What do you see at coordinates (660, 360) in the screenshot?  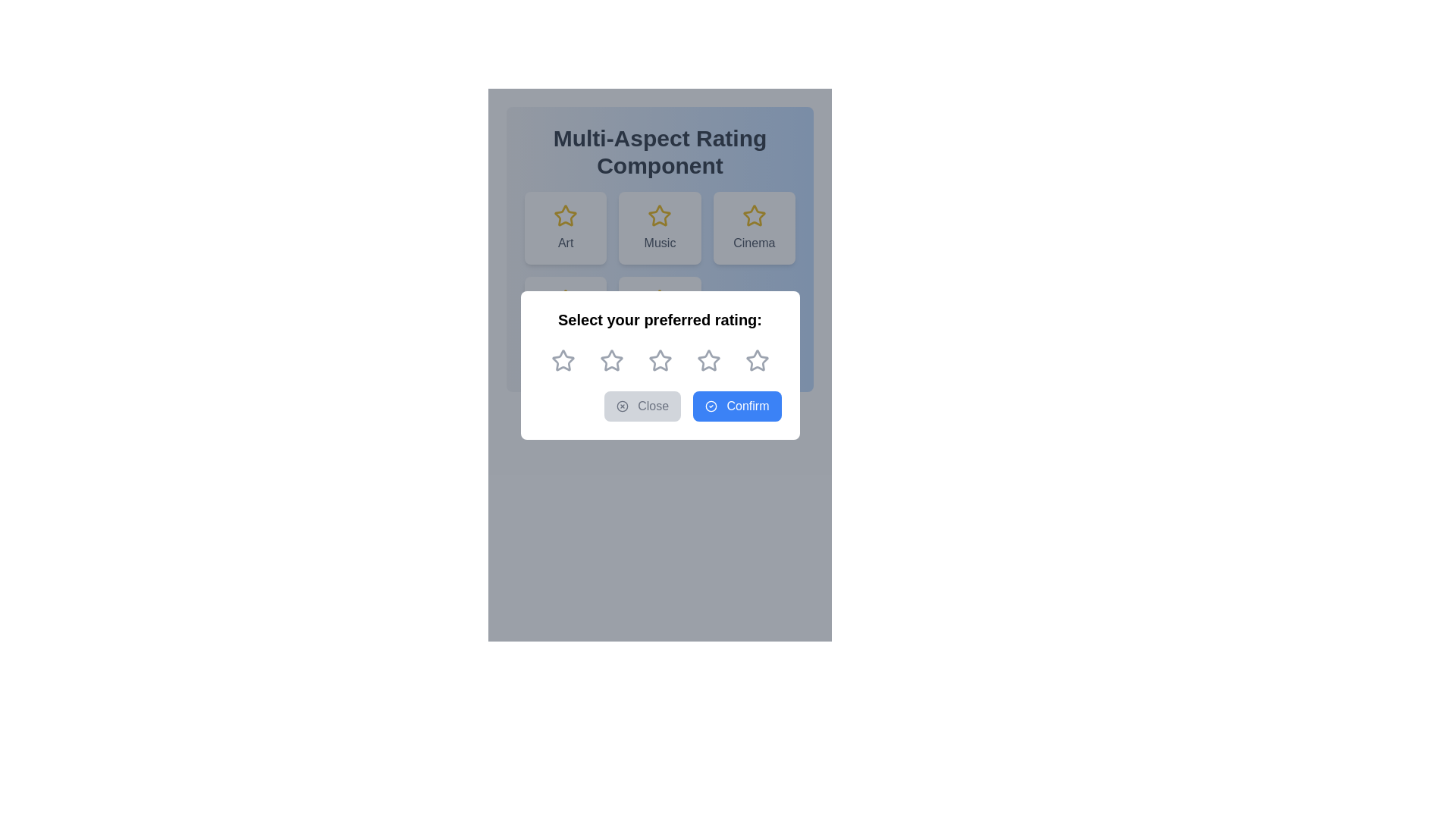 I see `the third star icon from the left in the horizontal row of five stars` at bounding box center [660, 360].